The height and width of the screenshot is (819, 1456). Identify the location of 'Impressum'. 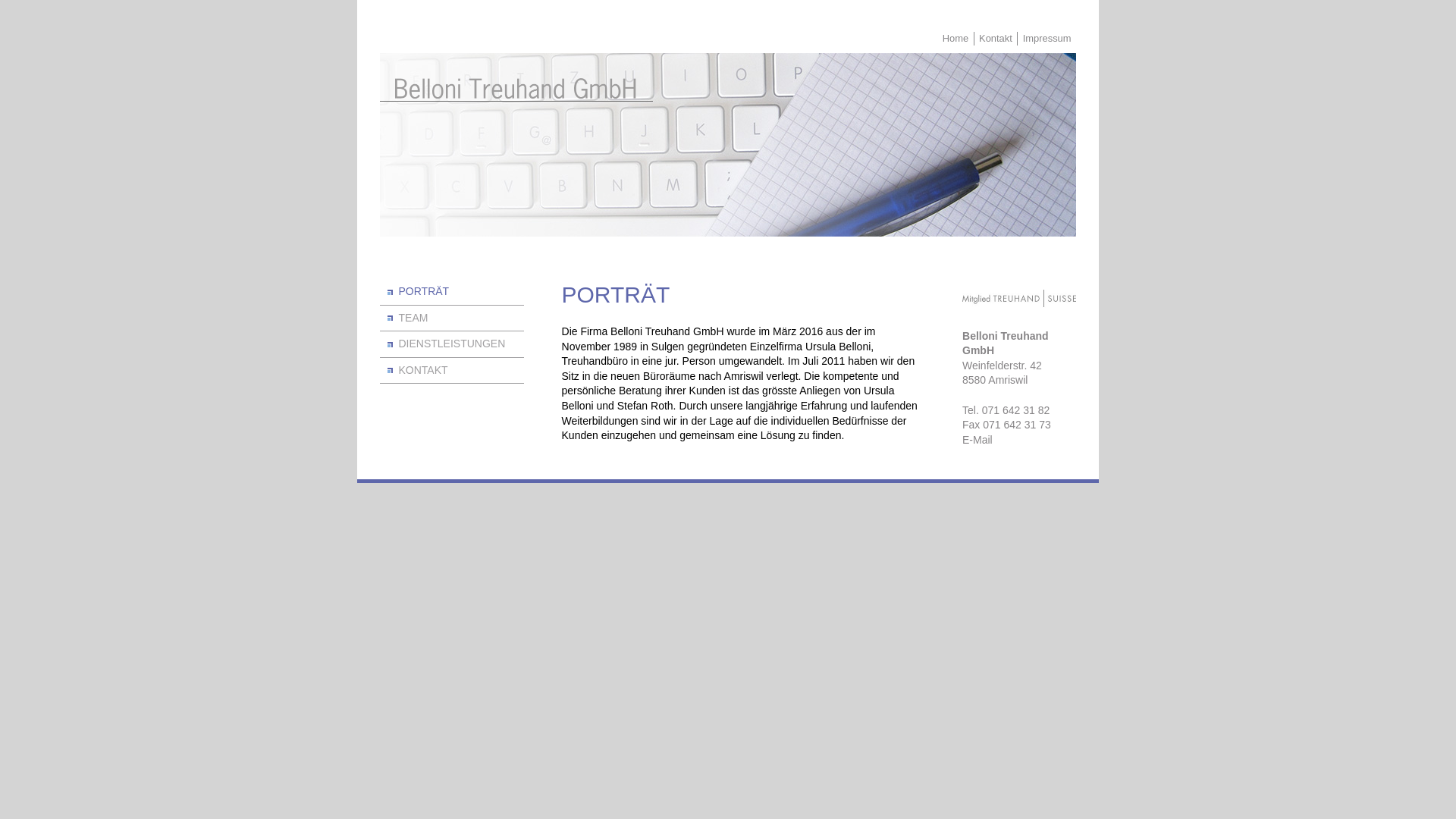
(1046, 37).